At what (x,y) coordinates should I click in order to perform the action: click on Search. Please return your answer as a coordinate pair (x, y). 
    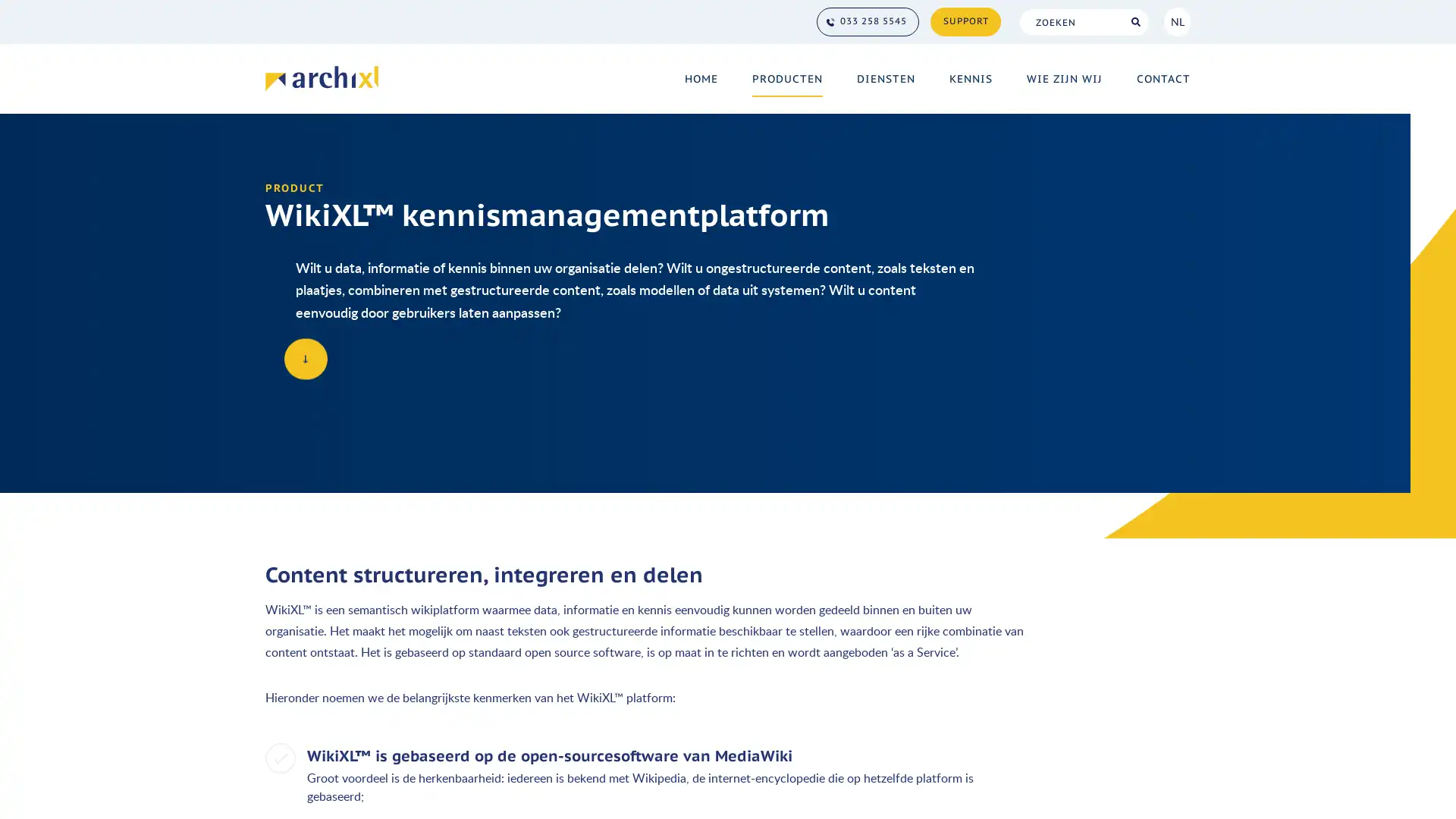
    Looking at the image, I should click on (1135, 21).